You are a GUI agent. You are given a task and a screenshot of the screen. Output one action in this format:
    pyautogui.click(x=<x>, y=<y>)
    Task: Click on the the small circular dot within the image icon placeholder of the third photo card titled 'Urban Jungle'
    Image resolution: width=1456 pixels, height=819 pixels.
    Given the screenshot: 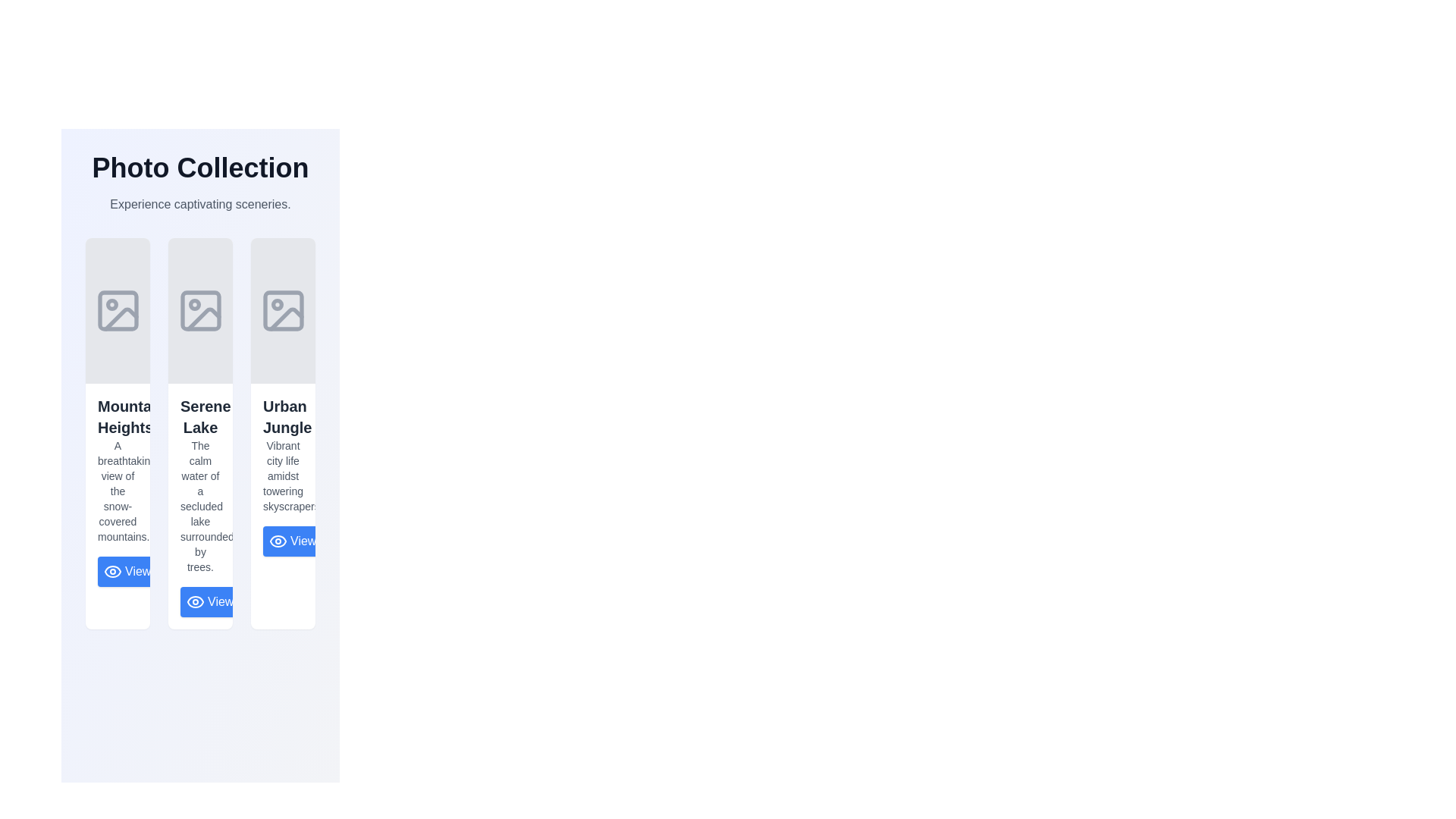 What is the action you would take?
    pyautogui.click(x=277, y=304)
    